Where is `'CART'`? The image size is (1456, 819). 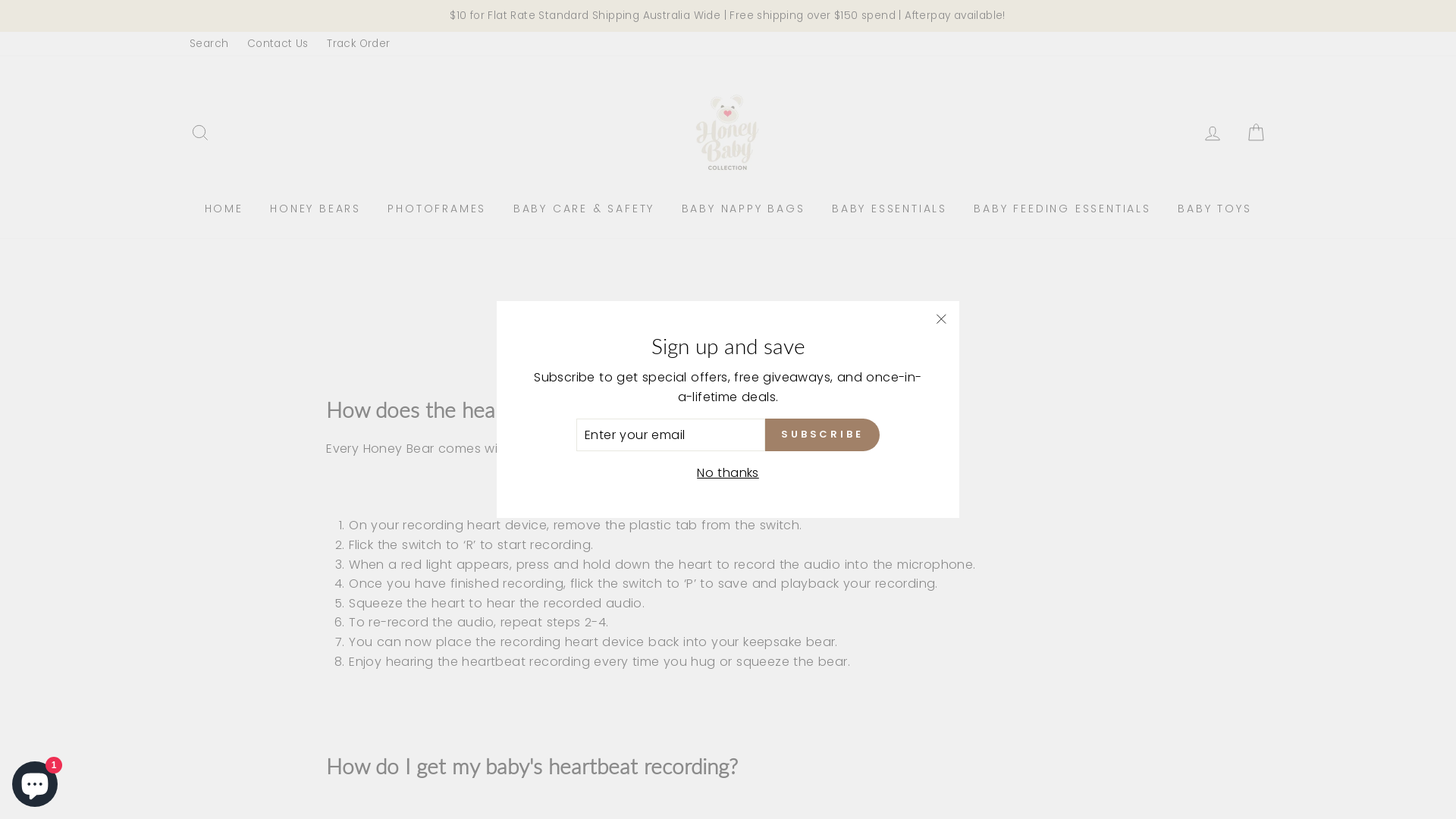
'CART' is located at coordinates (1256, 132).